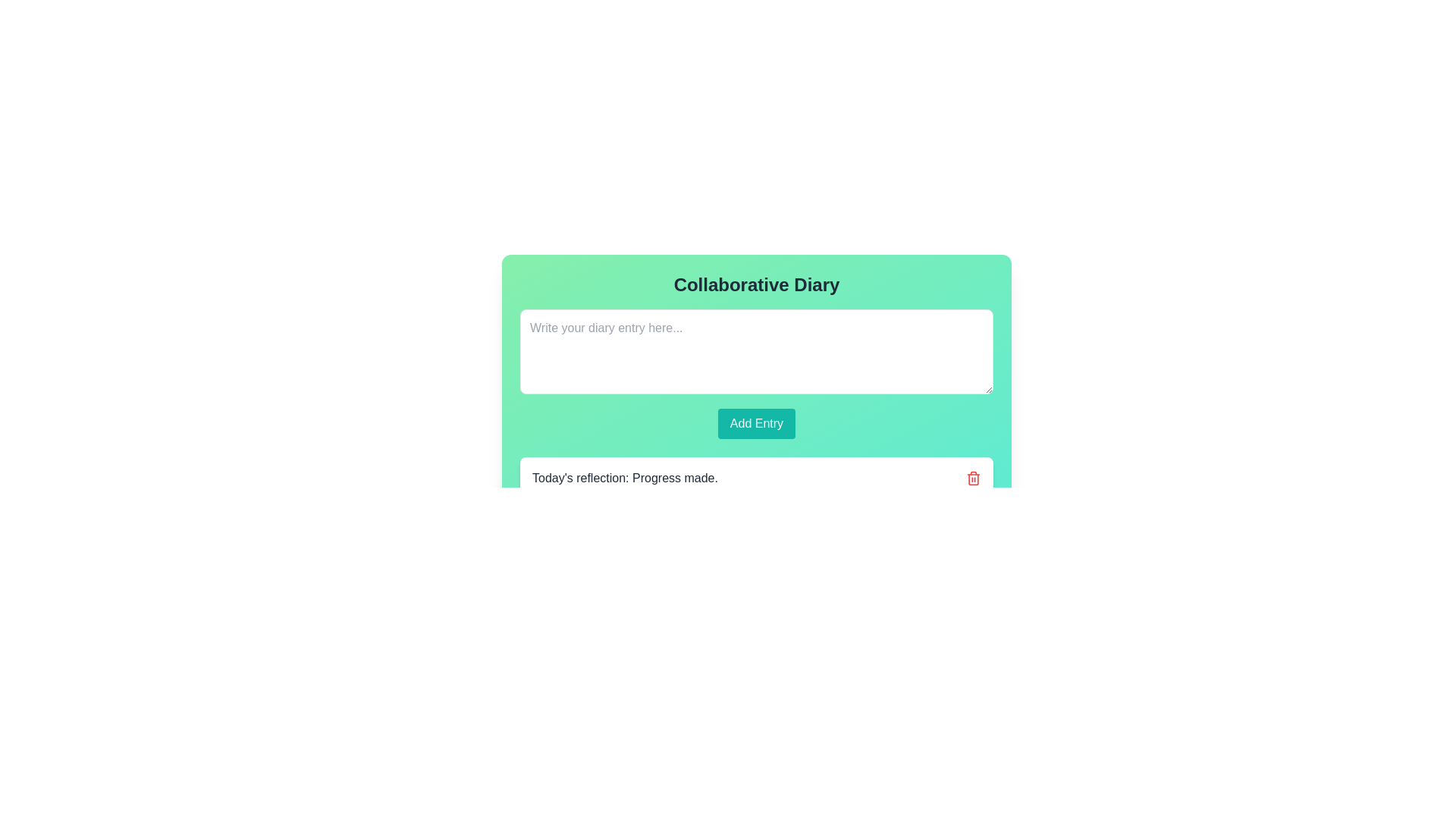  Describe the element at coordinates (757, 424) in the screenshot. I see `the 'Add Entry' button, which is a rectangular button with a teal background and white text` at that location.